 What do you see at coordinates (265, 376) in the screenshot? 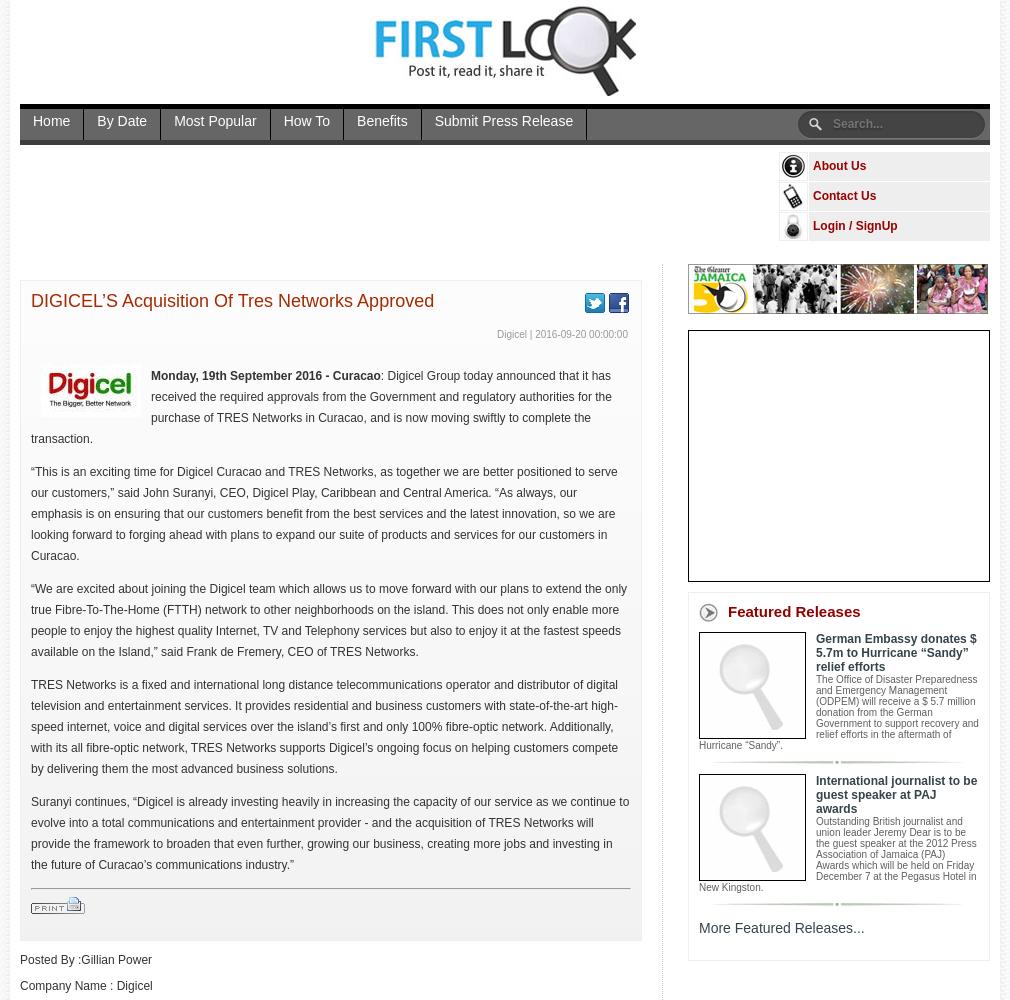
I see `'Monday, 19th September 2016 - Curacao'` at bounding box center [265, 376].